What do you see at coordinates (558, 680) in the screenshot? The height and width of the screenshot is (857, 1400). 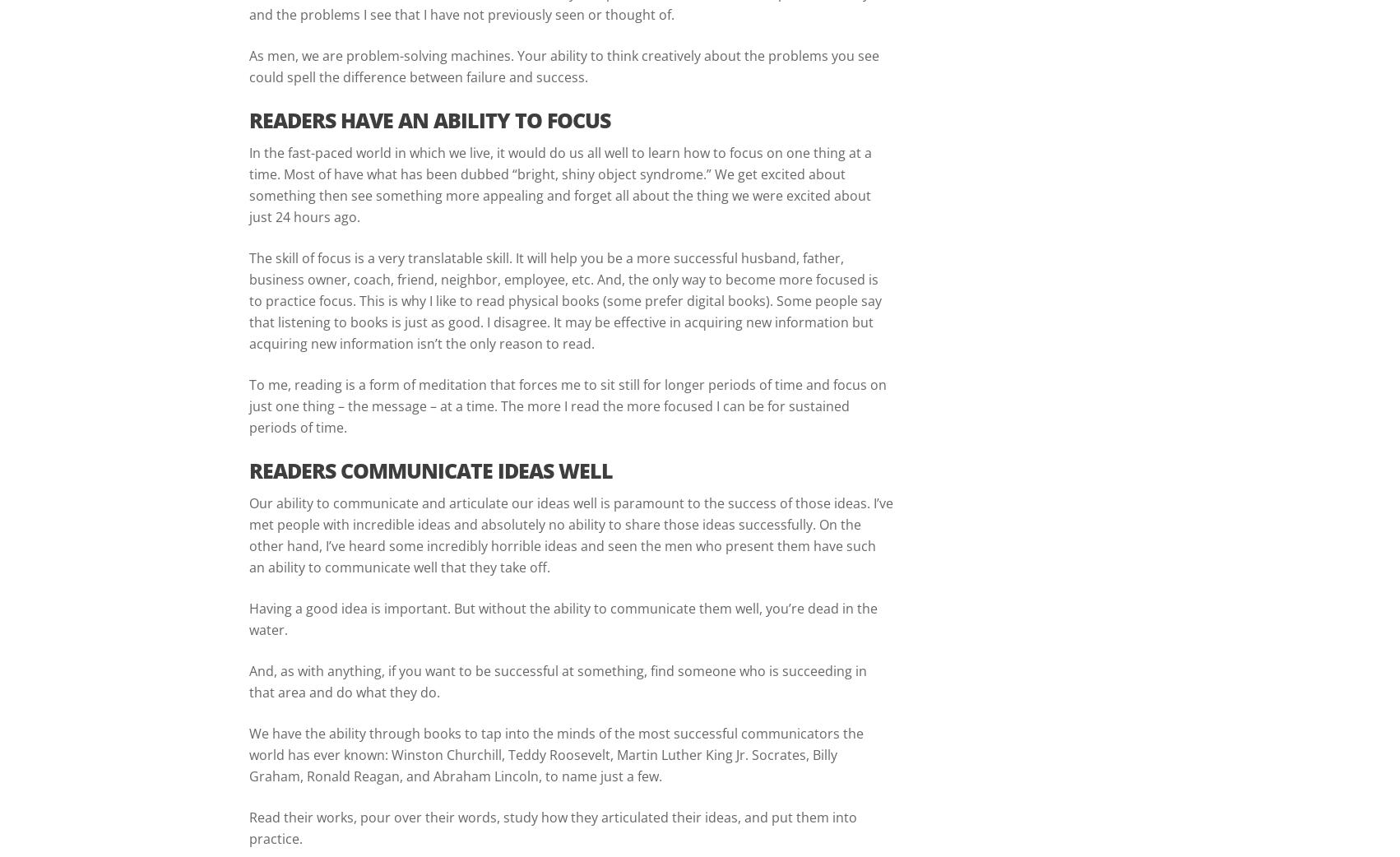 I see `'And, as with anything, if you want to be successful at something, find someone who is succeeding in that area and do what they do.'` at bounding box center [558, 680].